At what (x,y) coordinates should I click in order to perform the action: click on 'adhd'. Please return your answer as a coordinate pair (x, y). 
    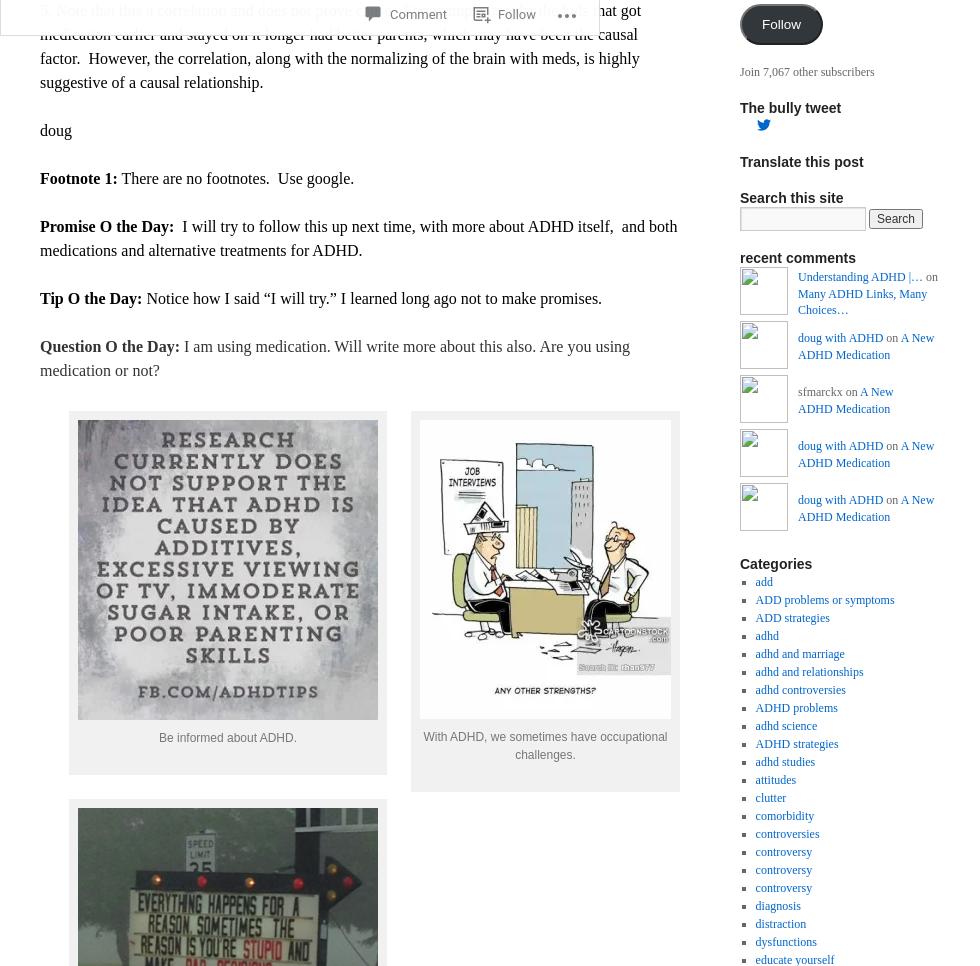
    Looking at the image, I should click on (754, 633).